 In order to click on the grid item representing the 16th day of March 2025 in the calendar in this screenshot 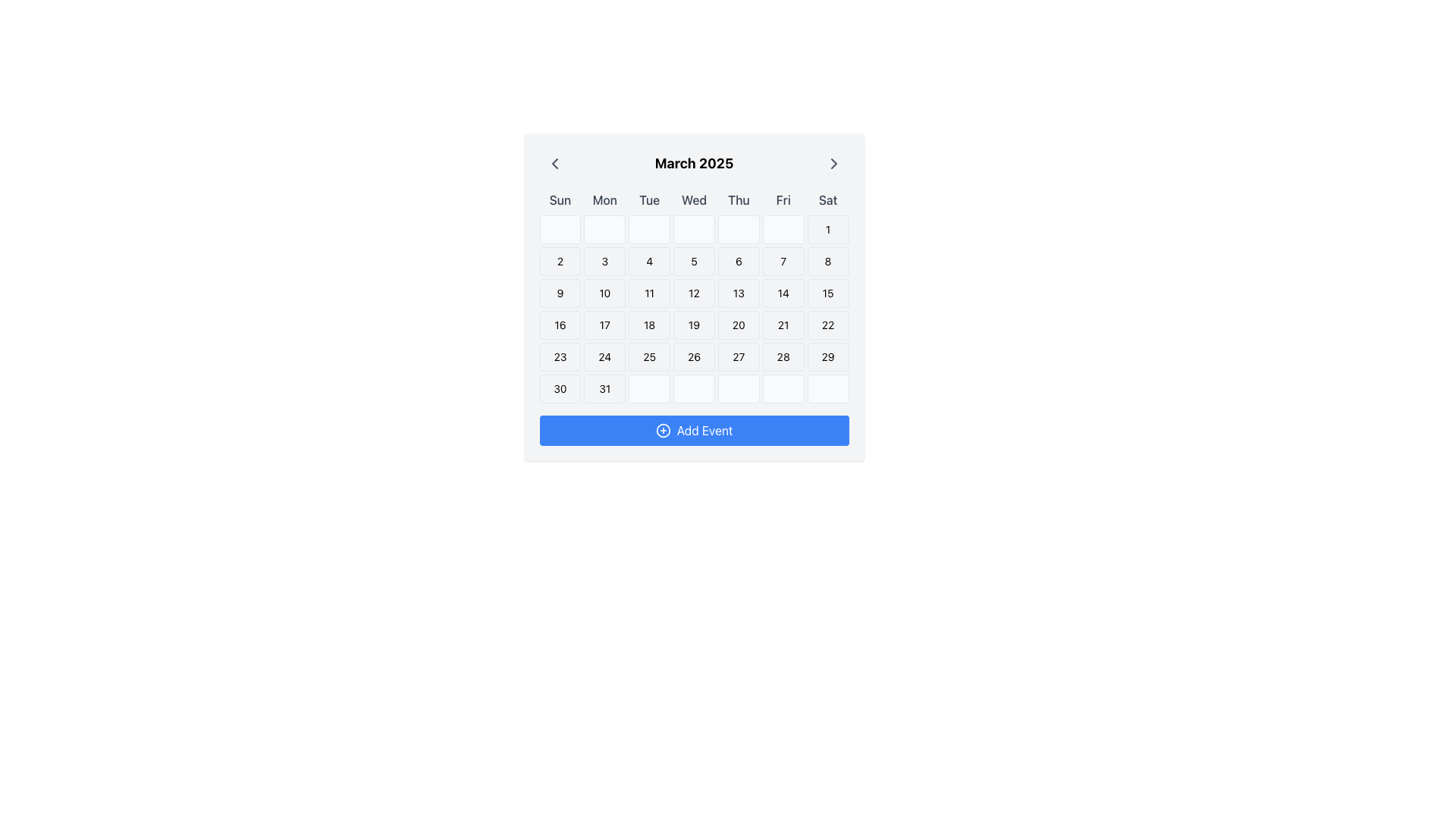, I will do `click(560, 324)`.